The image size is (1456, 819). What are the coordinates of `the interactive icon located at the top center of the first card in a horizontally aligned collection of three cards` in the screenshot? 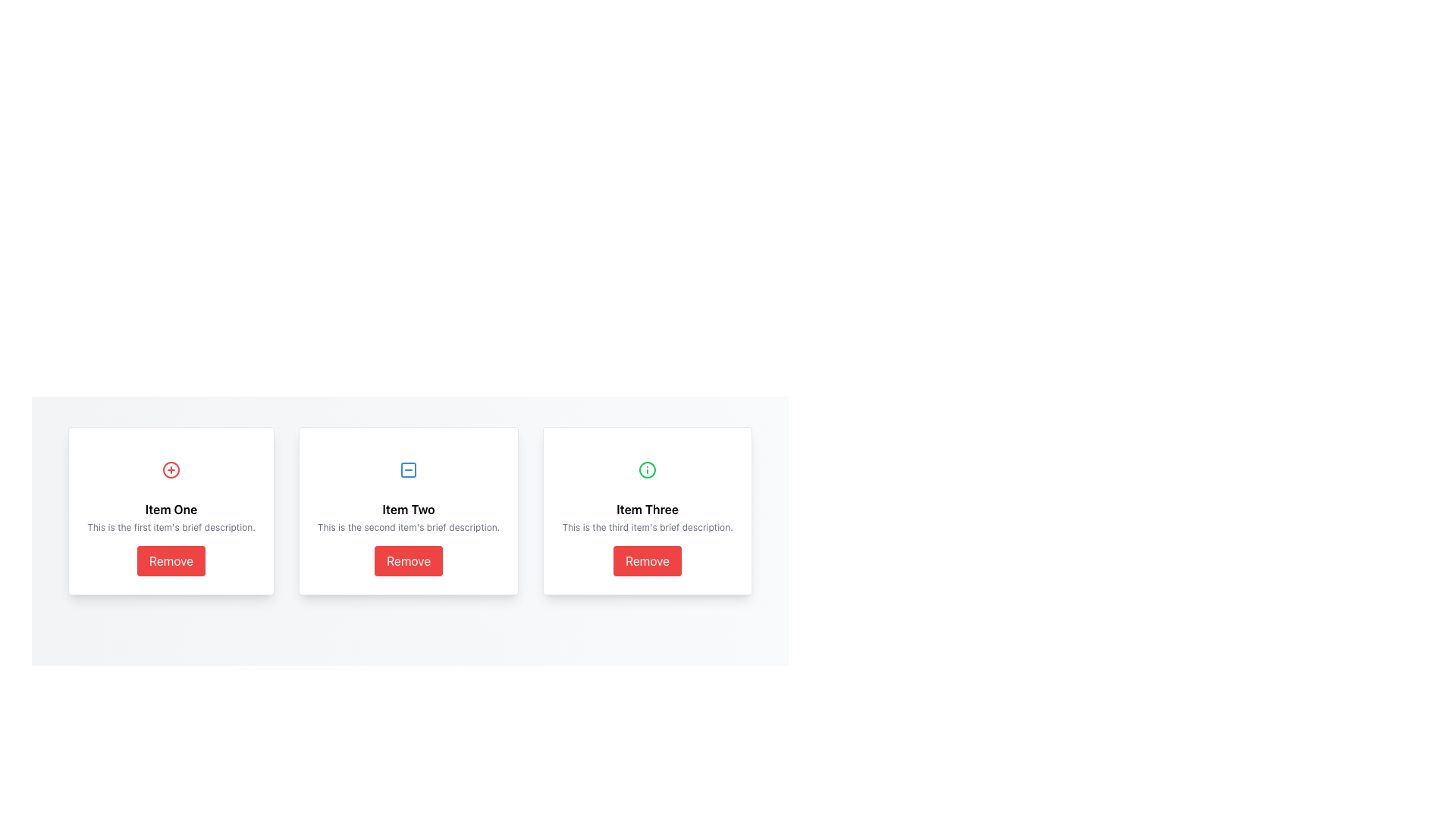 It's located at (171, 469).